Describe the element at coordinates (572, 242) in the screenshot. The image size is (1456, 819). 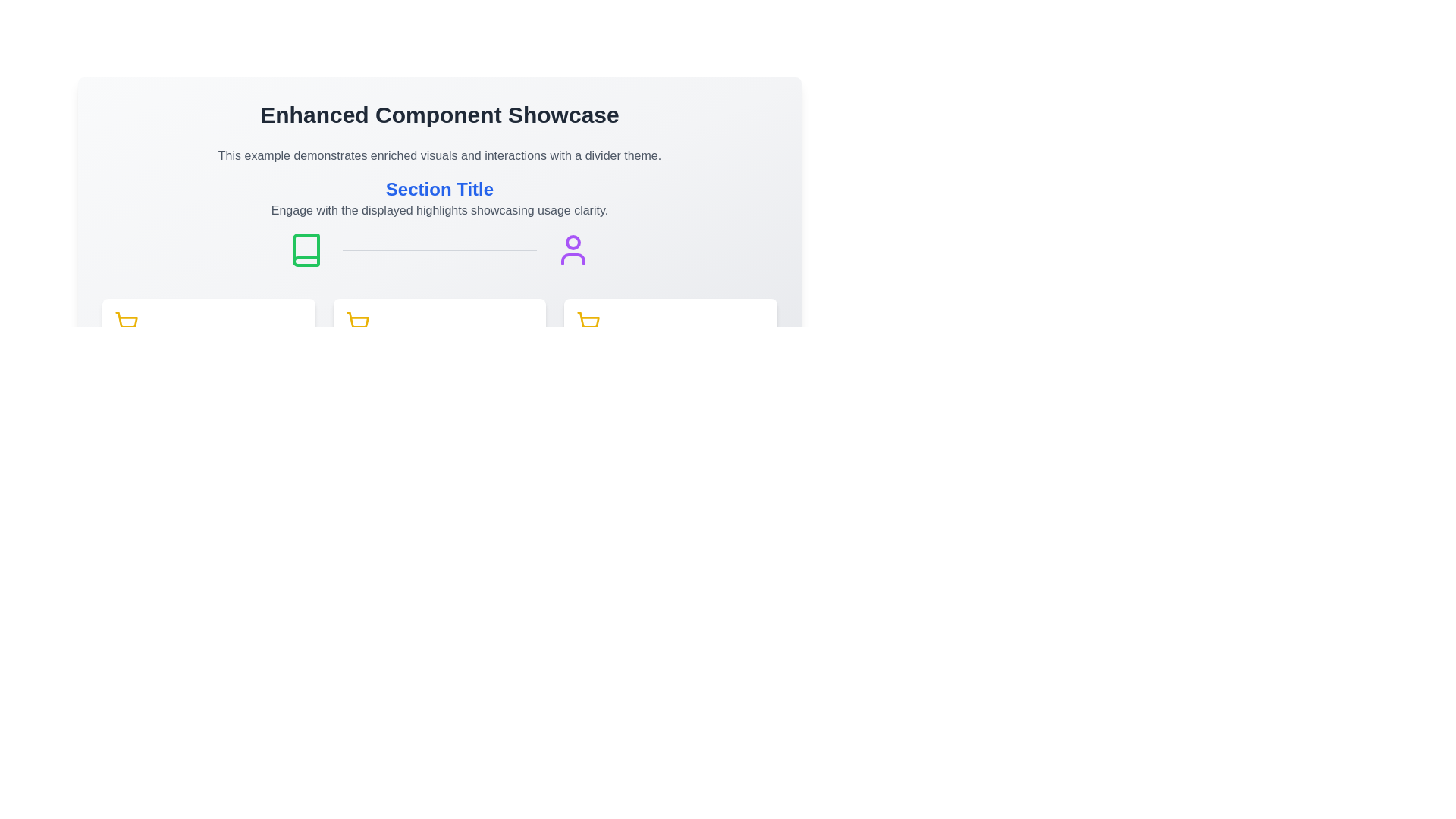
I see `the circular element of the user icon in the SVG representation located under the 'Enhanced Component Showcase' heading` at that location.